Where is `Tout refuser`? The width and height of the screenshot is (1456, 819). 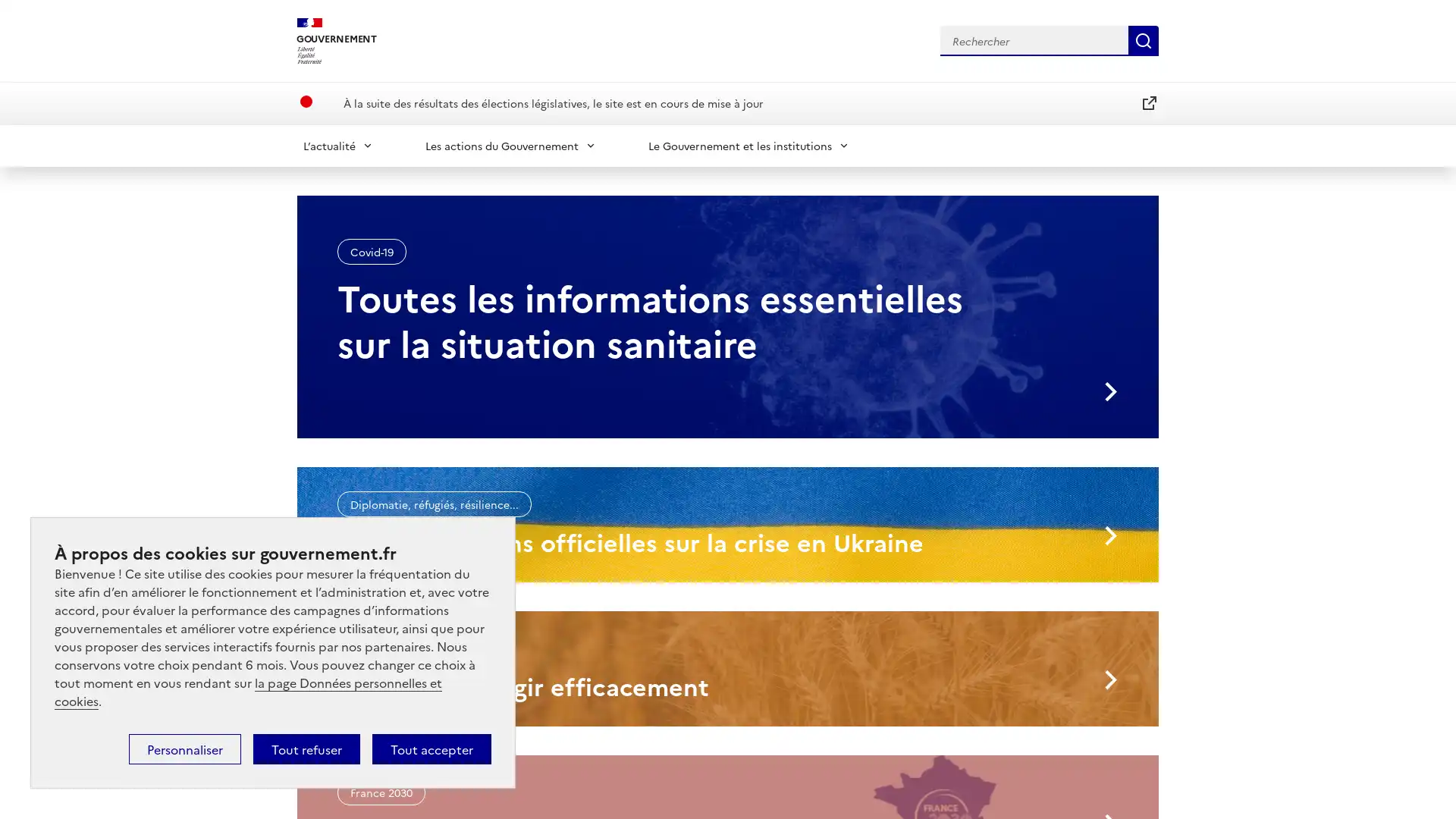 Tout refuser is located at coordinates (306, 748).